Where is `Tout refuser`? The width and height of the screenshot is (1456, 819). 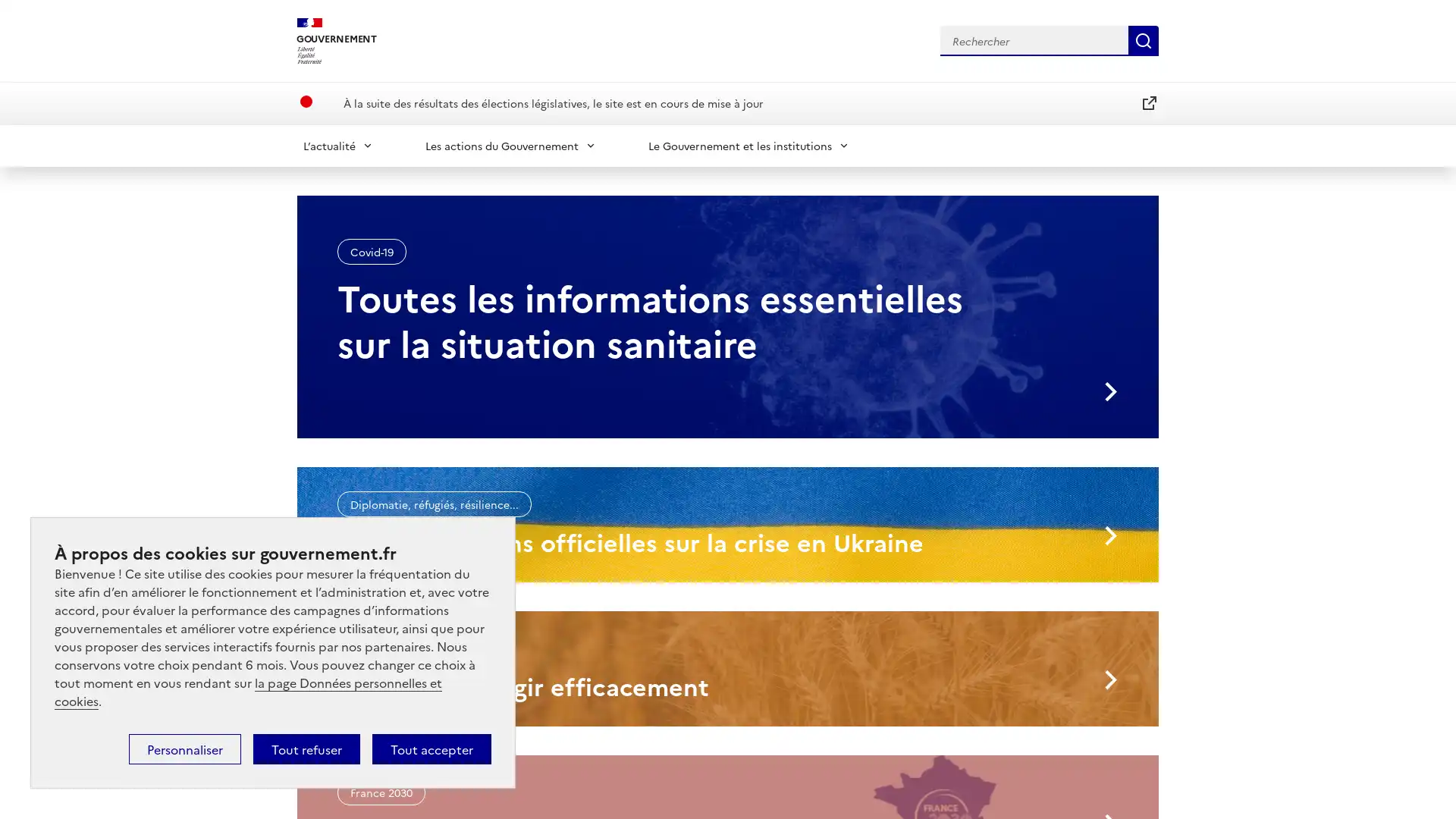 Tout refuser is located at coordinates (306, 748).